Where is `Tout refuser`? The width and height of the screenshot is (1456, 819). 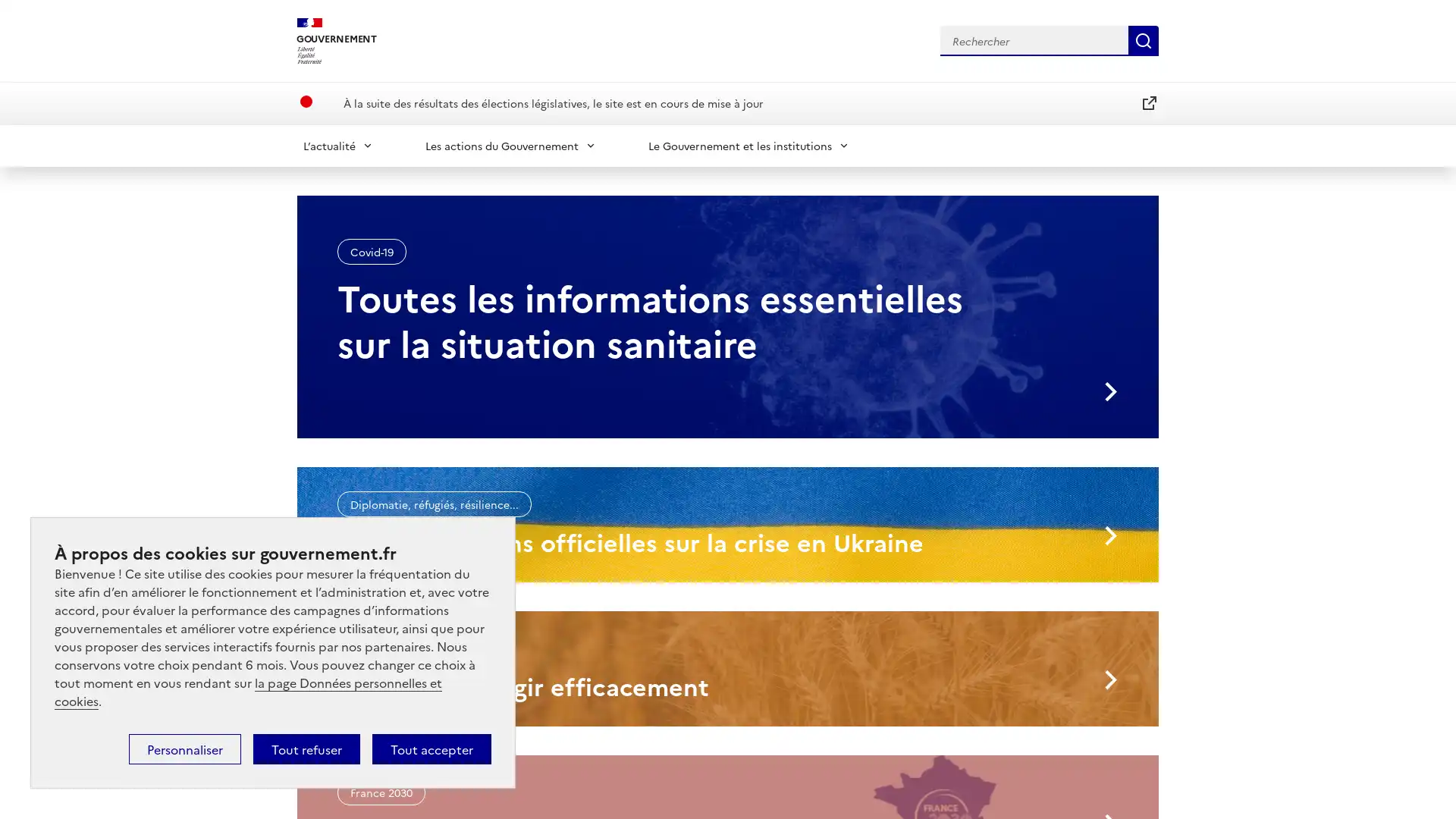 Tout refuser is located at coordinates (306, 748).